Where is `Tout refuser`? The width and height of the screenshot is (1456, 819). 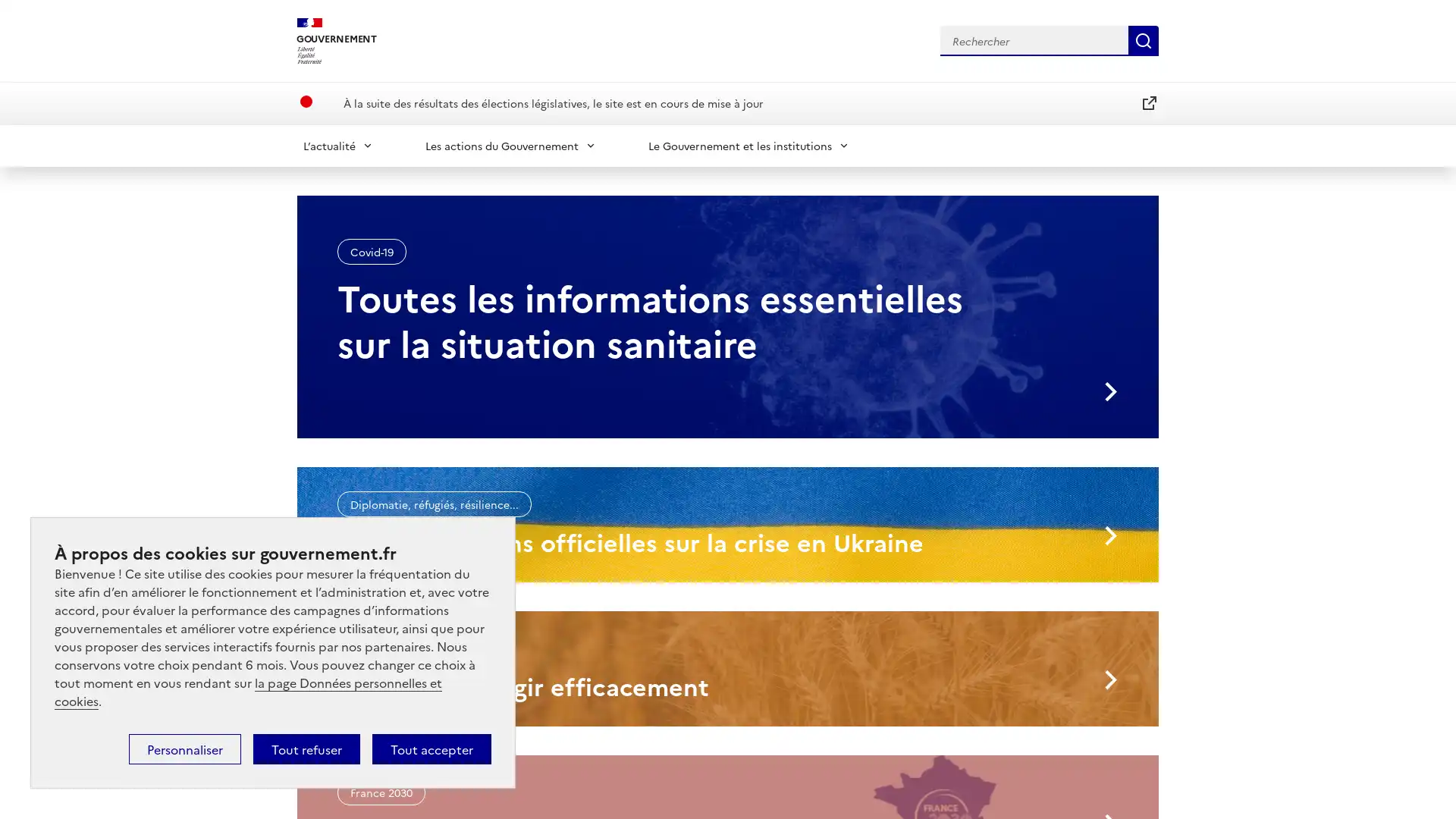 Tout refuser is located at coordinates (306, 748).